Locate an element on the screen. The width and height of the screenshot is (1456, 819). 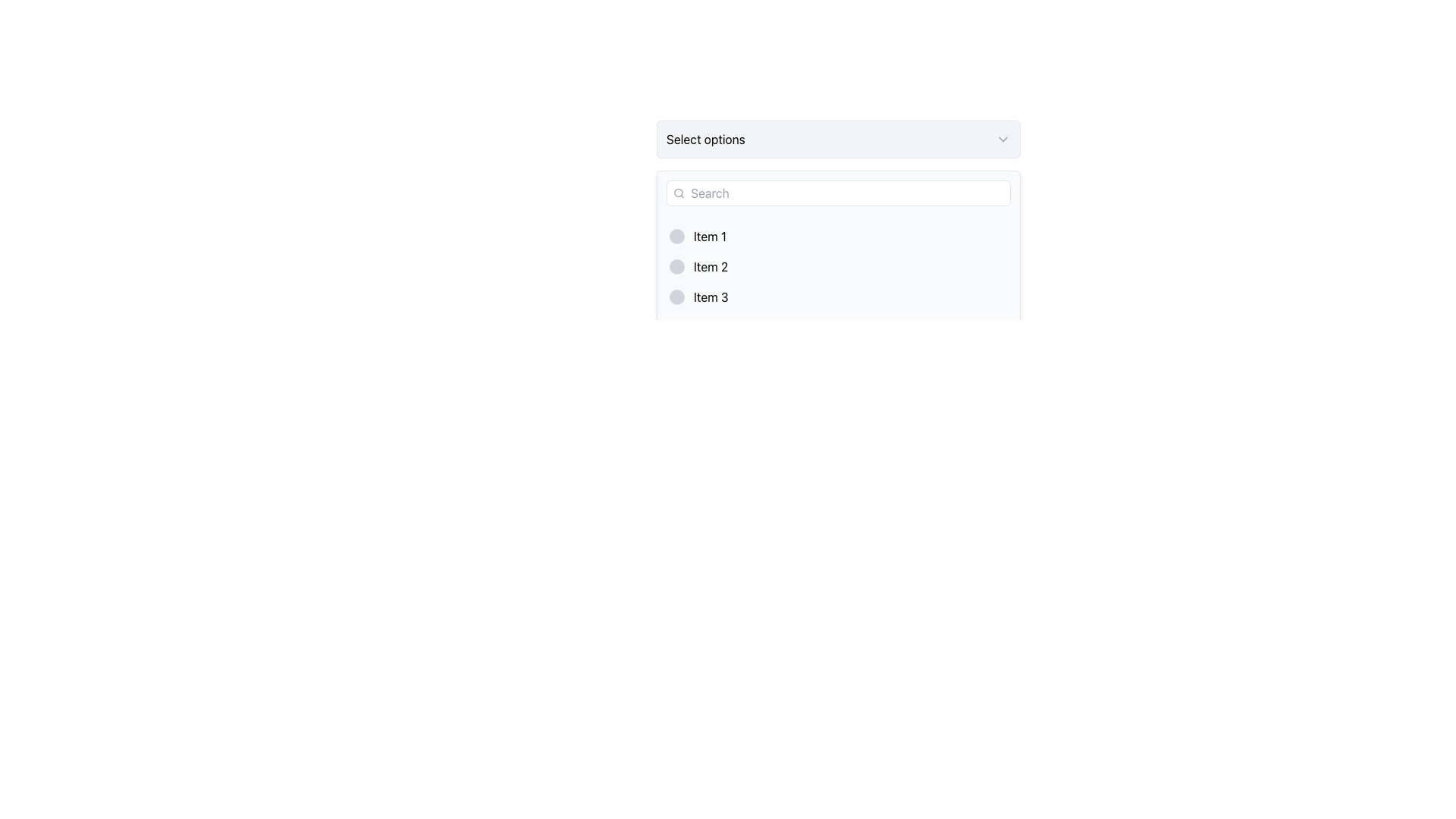
the selectable indicator (radio button) for 'Item 1' is located at coordinates (676, 237).